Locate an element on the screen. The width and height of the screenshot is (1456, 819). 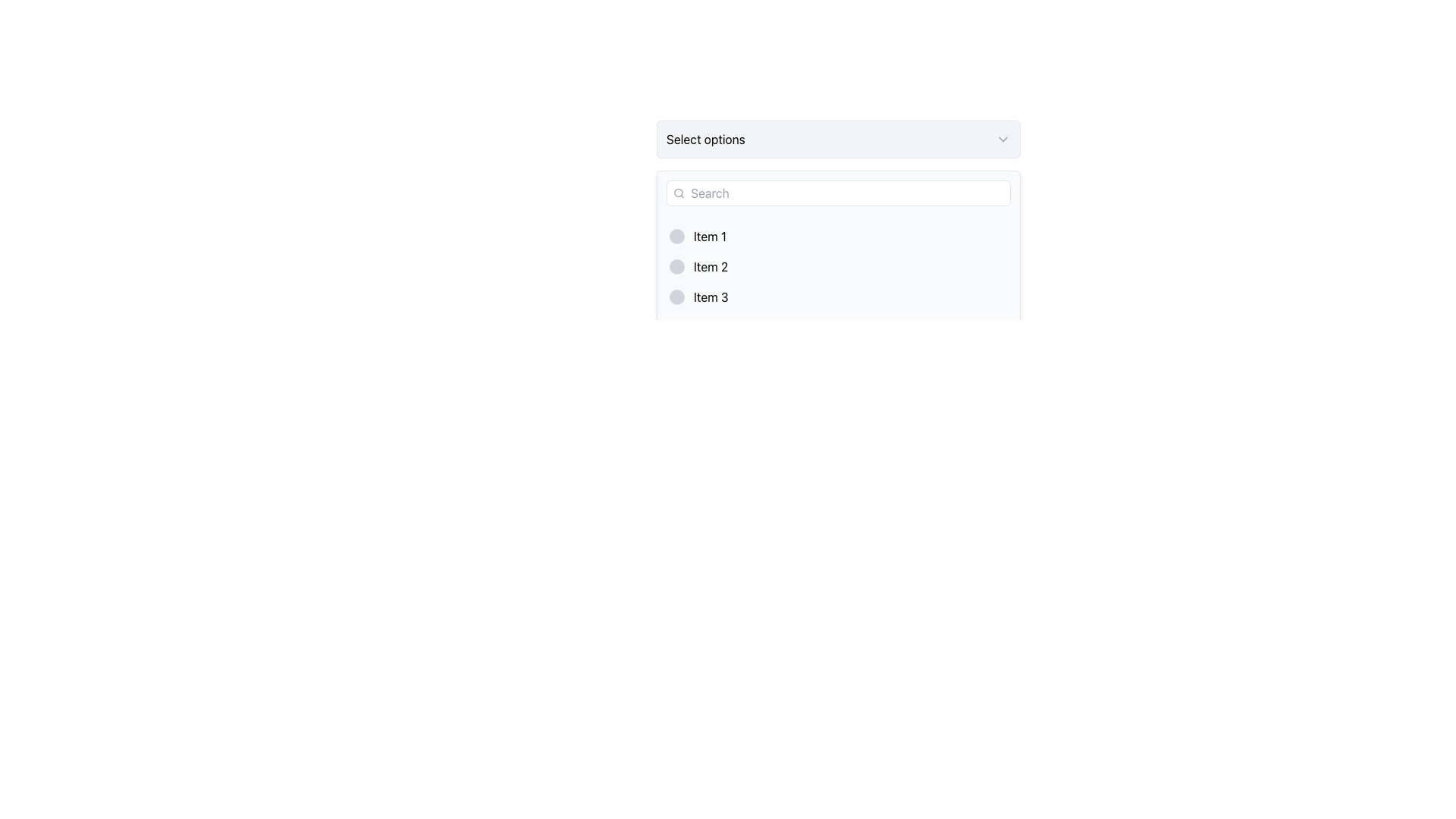
the selectable indicator (radio button) for 'Item 1' is located at coordinates (676, 237).